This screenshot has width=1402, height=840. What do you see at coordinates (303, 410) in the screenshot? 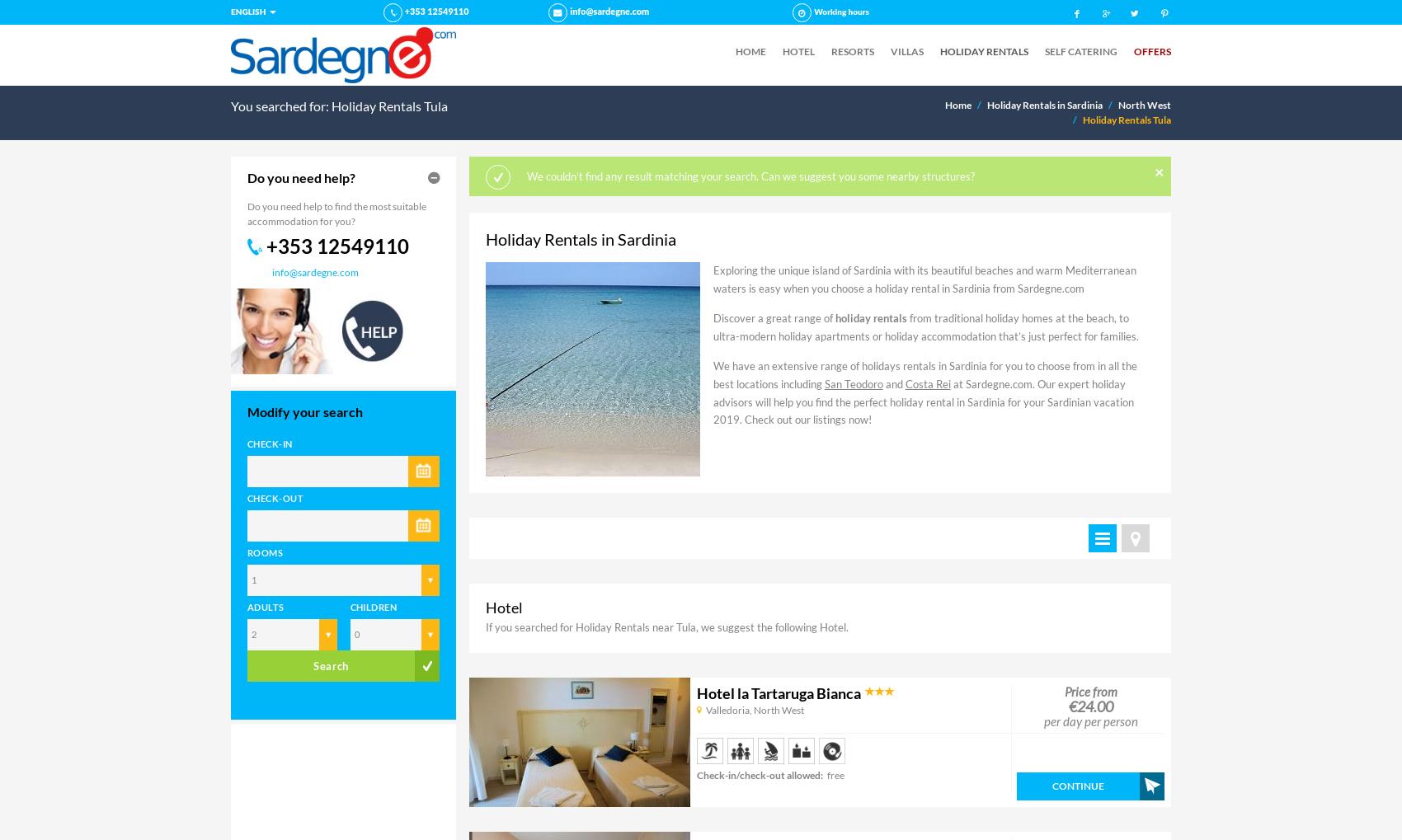
I see `'Modify your search'` at bounding box center [303, 410].